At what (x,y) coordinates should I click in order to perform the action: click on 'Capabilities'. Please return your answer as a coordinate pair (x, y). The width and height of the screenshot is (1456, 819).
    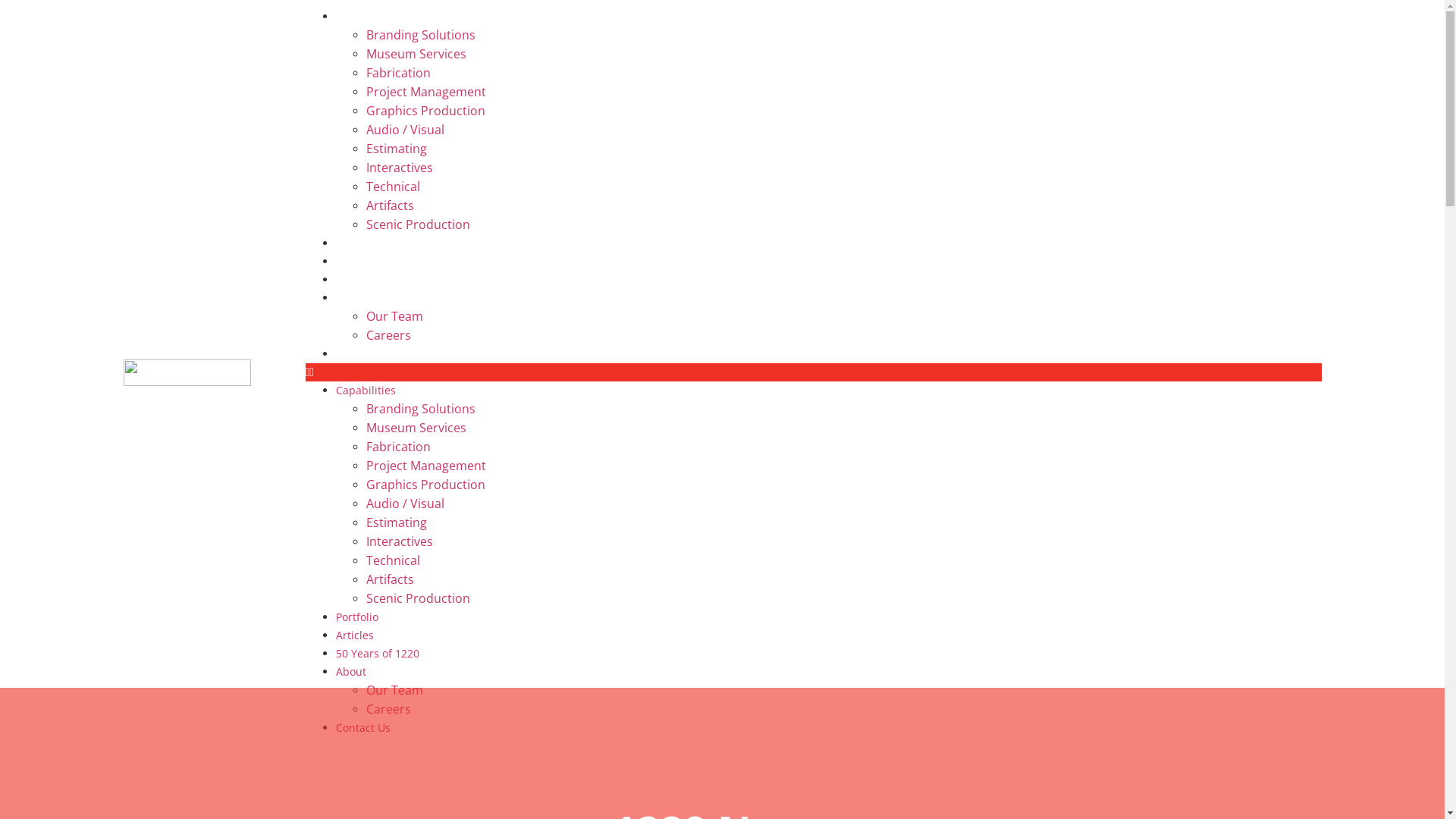
    Looking at the image, I should click on (365, 16).